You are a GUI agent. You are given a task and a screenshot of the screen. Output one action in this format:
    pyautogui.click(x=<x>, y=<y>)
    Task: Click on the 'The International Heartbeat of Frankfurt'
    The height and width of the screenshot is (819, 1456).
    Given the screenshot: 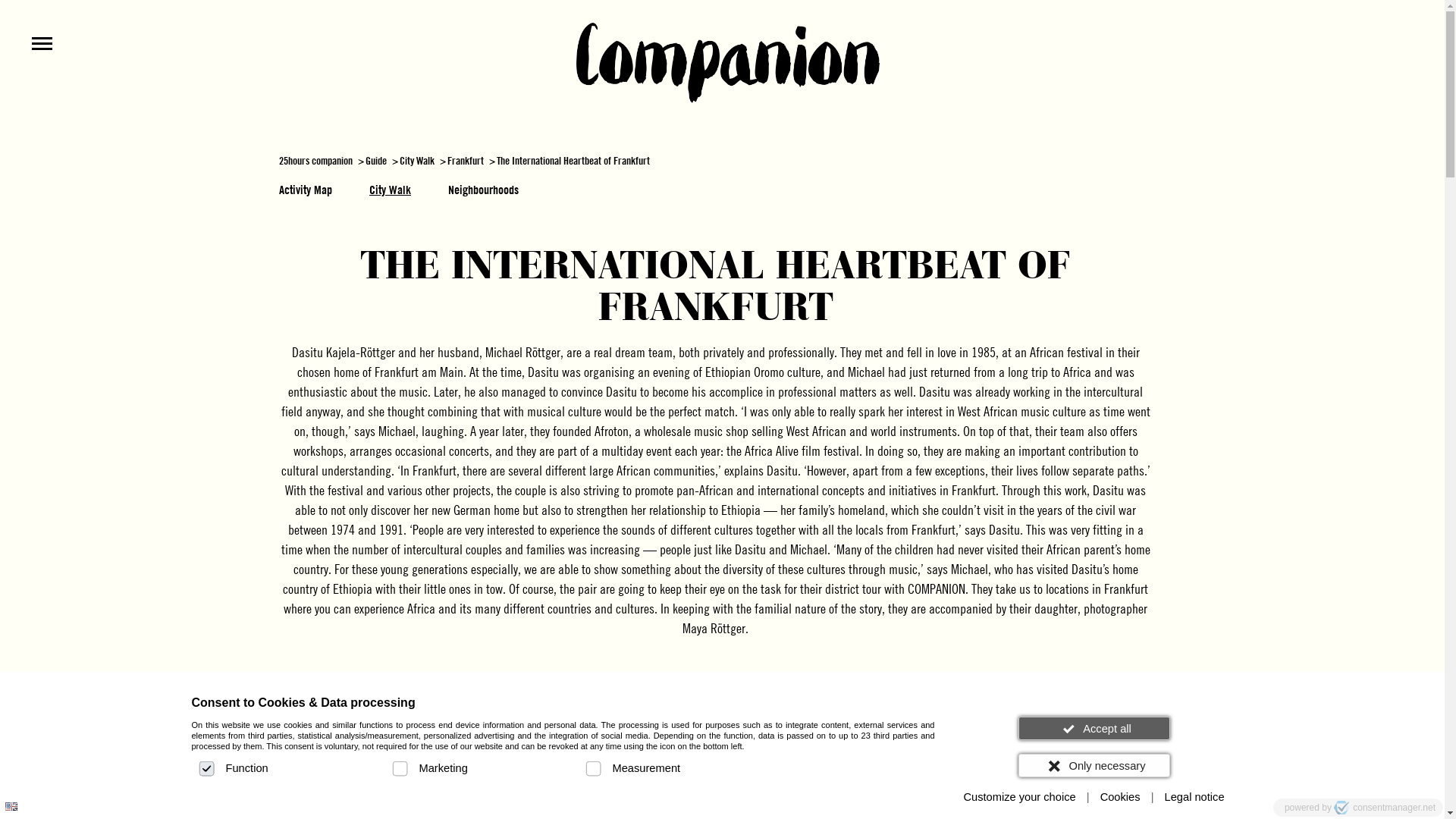 What is the action you would take?
    pyautogui.click(x=572, y=160)
    